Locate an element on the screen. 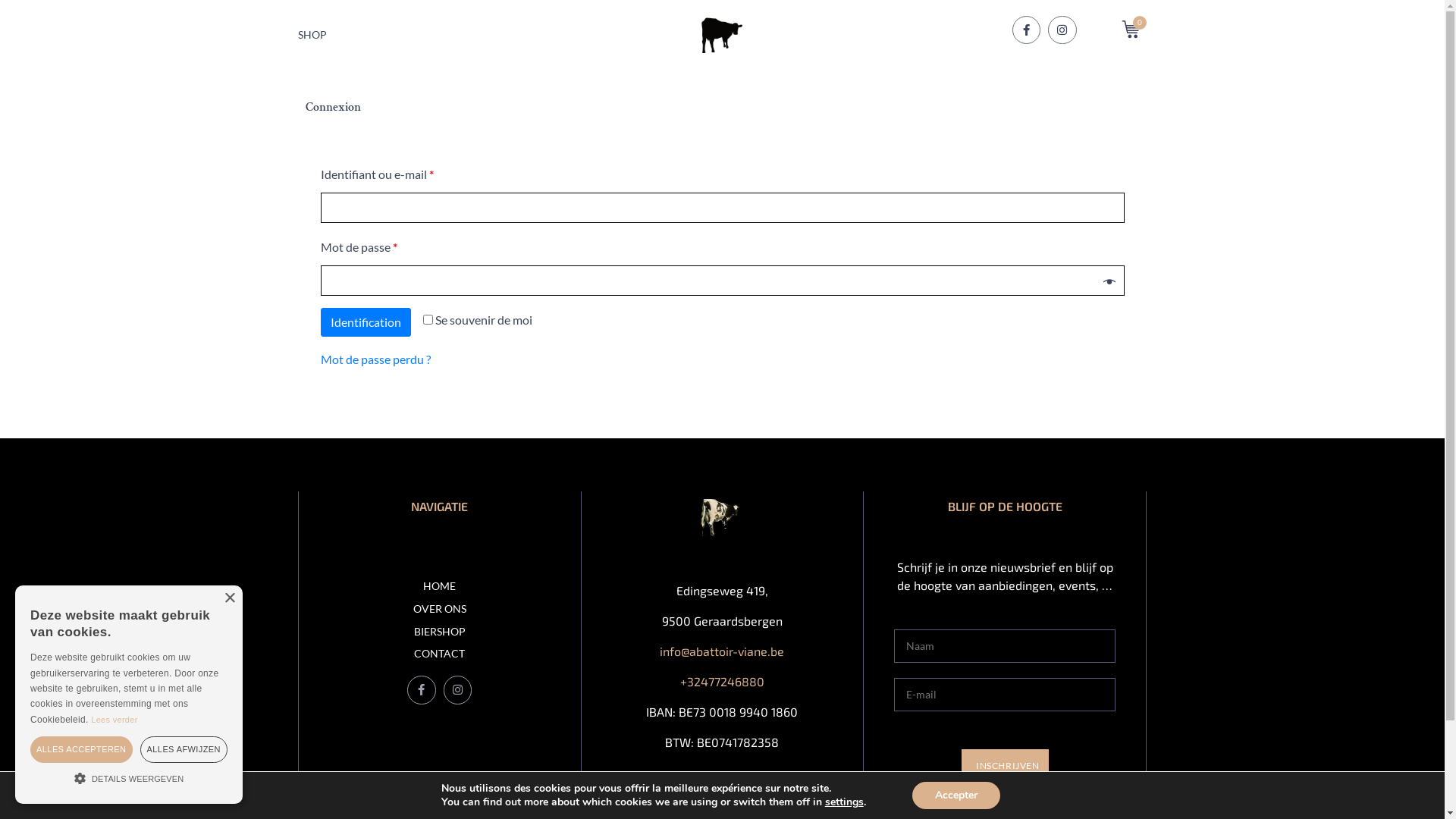 This screenshot has width=1456, height=819. 'info@abattoir-viane.be' is located at coordinates (720, 650).